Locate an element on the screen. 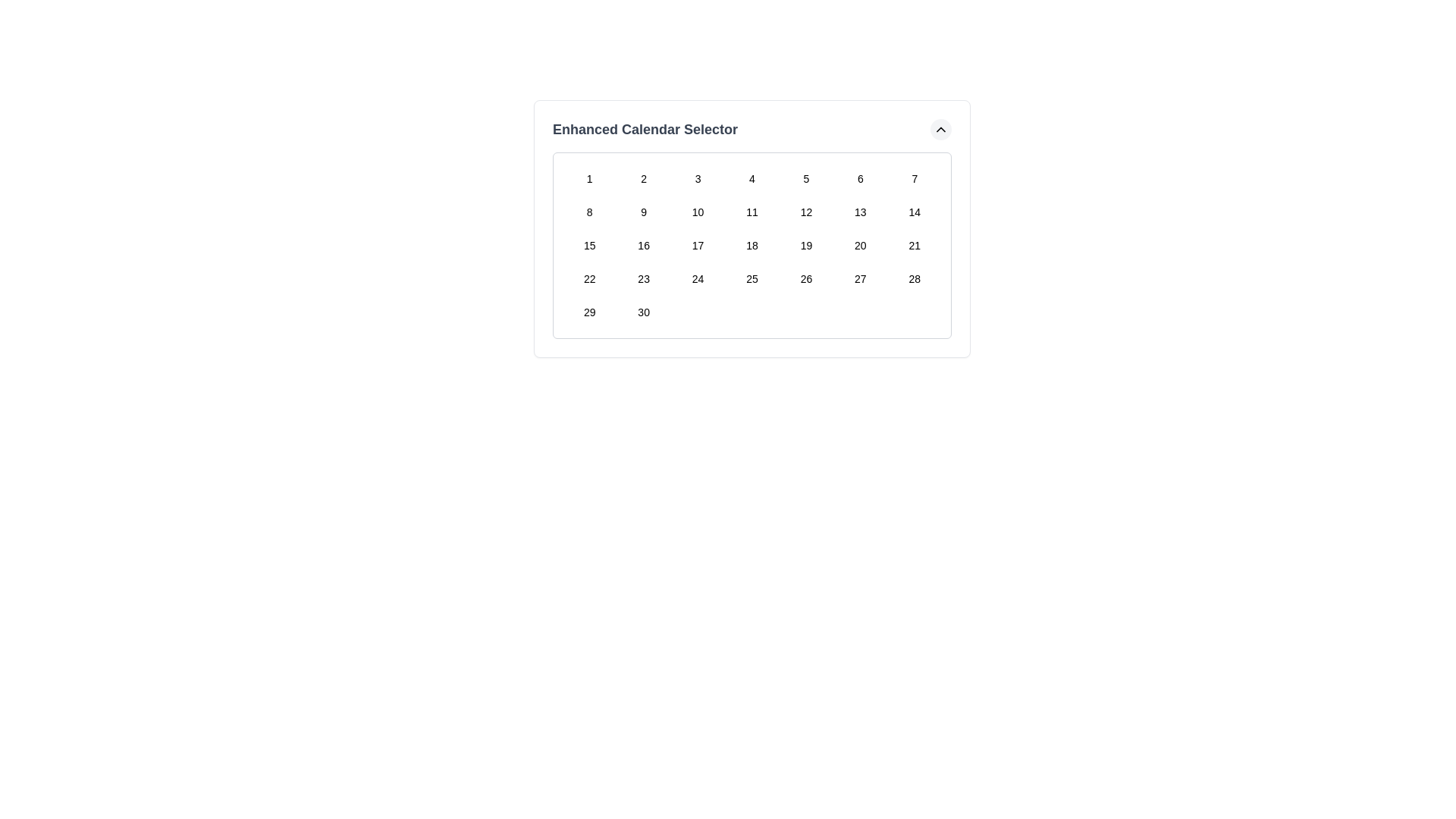 Image resolution: width=1456 pixels, height=819 pixels. the icon in the top-right corner of the calendar interface is located at coordinates (940, 128).